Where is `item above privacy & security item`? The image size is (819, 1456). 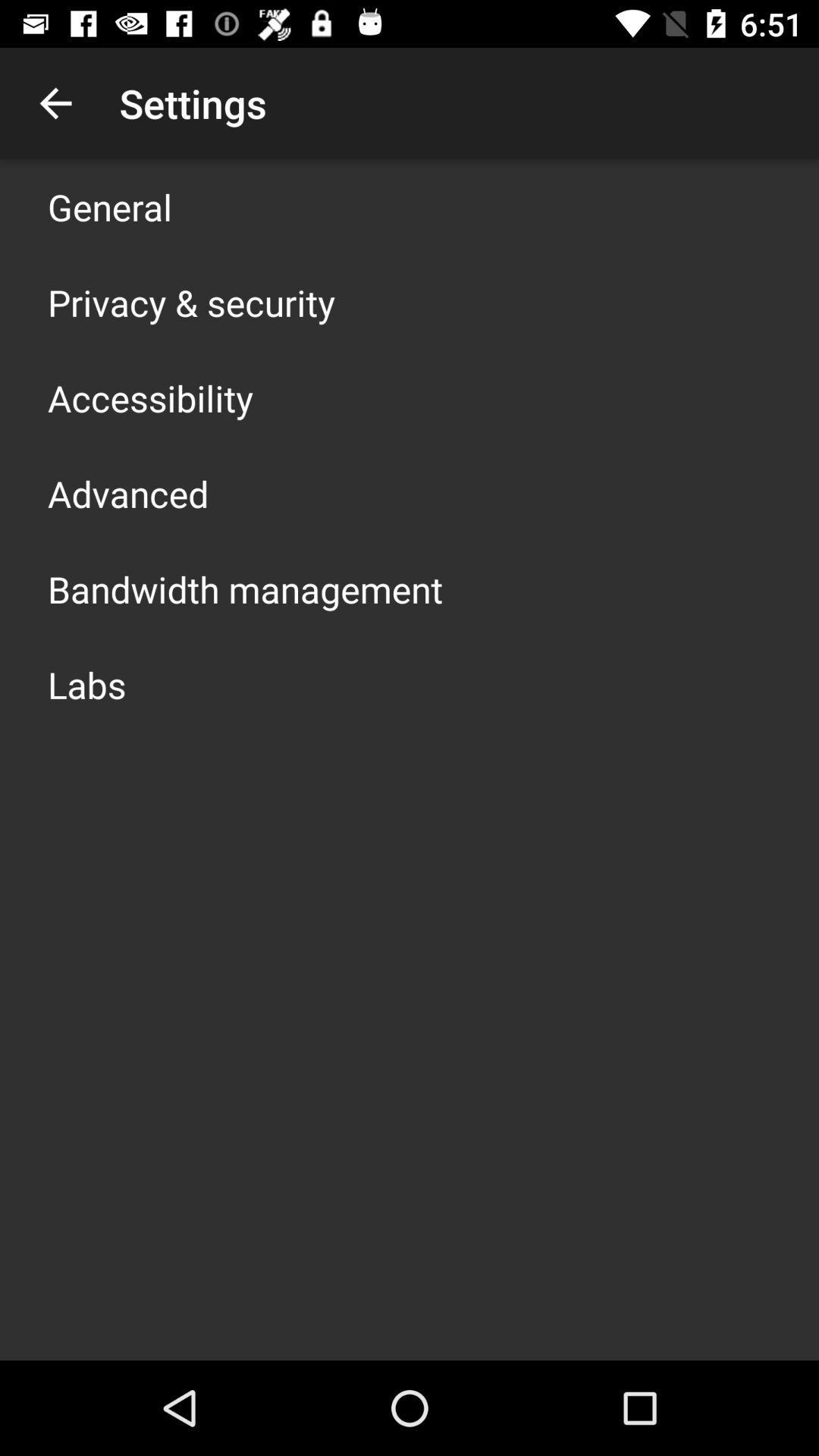
item above privacy & security item is located at coordinates (109, 206).